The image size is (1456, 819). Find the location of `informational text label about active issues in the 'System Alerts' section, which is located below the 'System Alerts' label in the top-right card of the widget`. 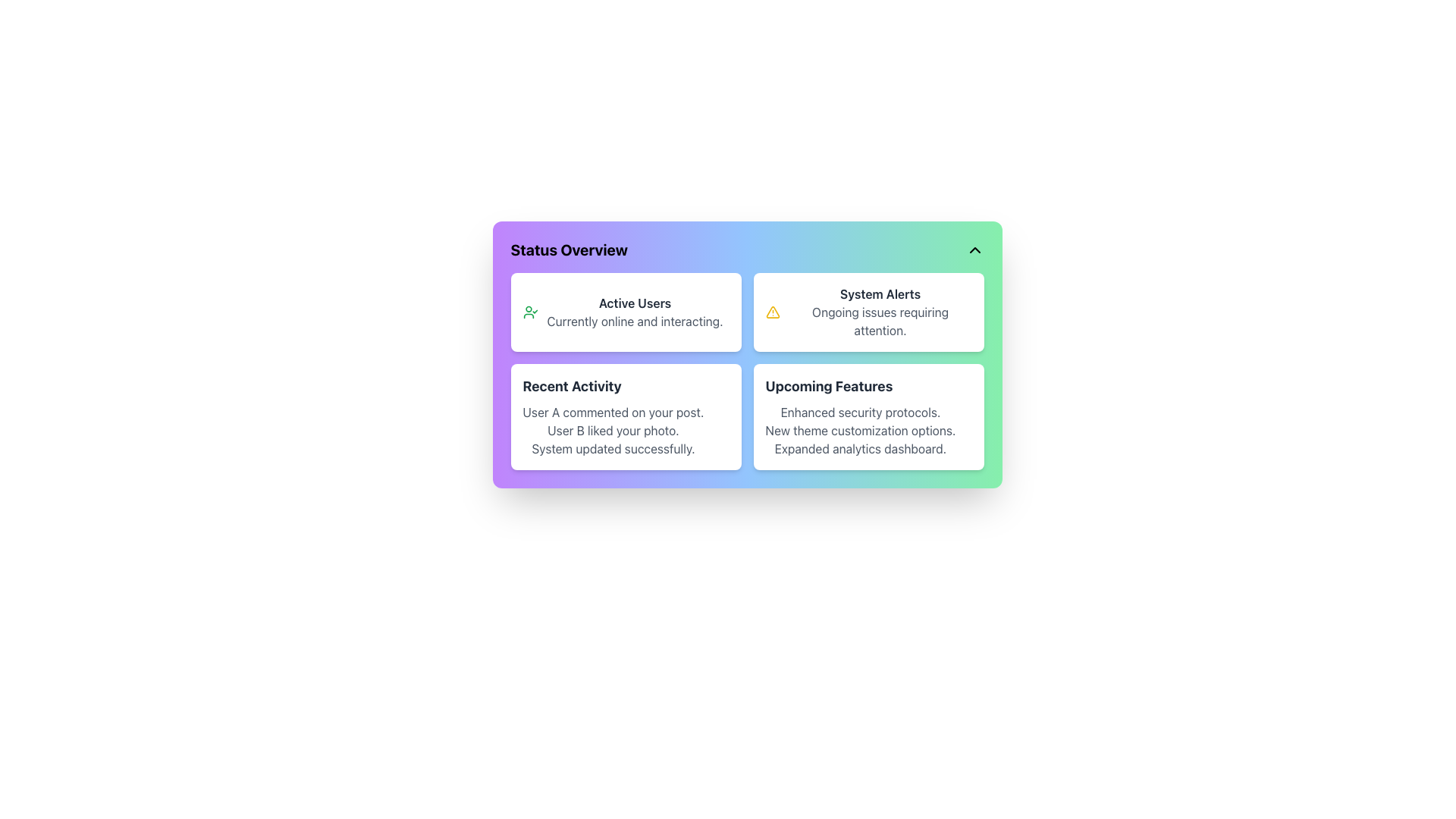

informational text label about active issues in the 'System Alerts' section, which is located below the 'System Alerts' label in the top-right card of the widget is located at coordinates (880, 321).